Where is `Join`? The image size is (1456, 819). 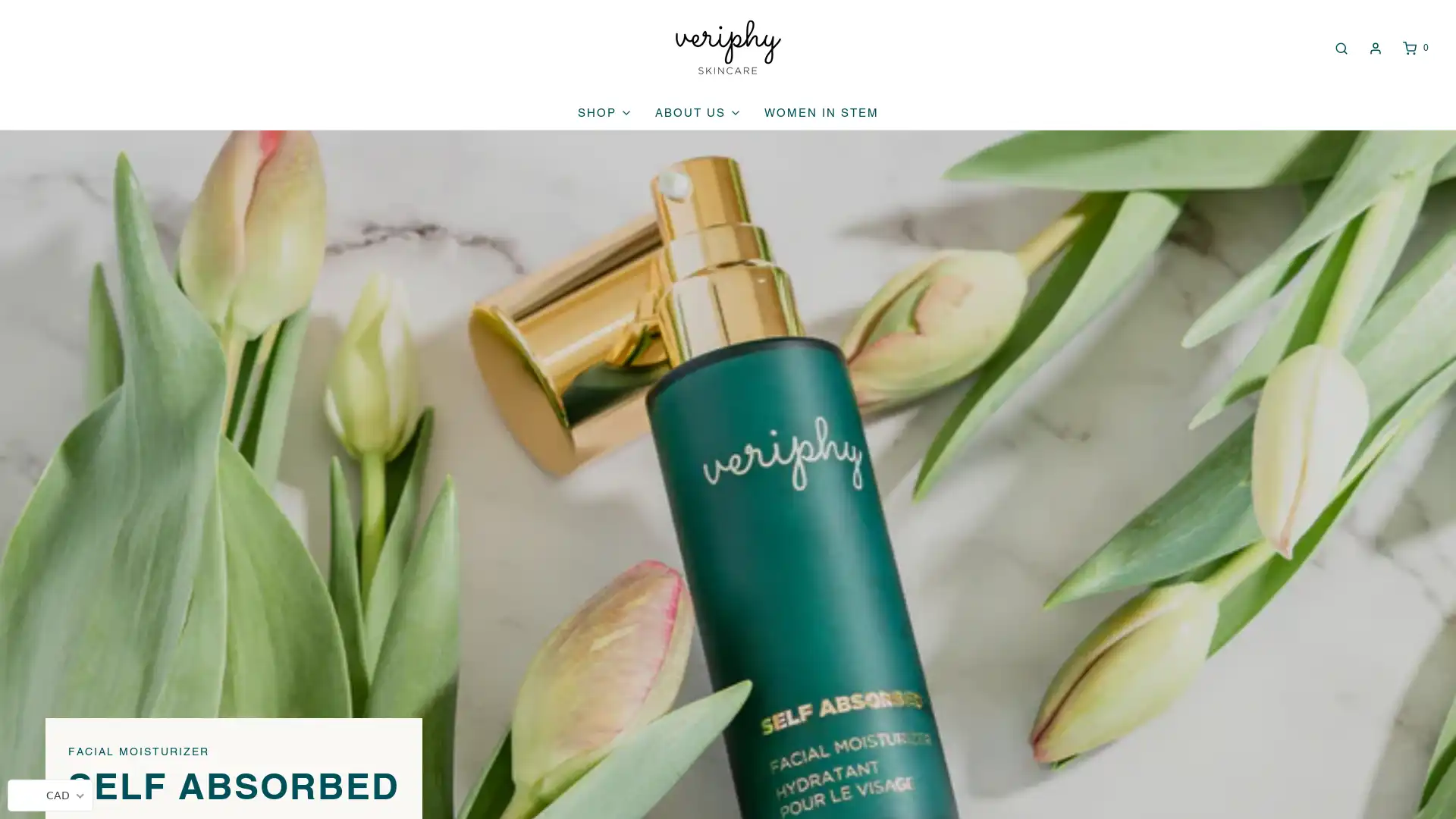 Join is located at coordinates (1174, 706).